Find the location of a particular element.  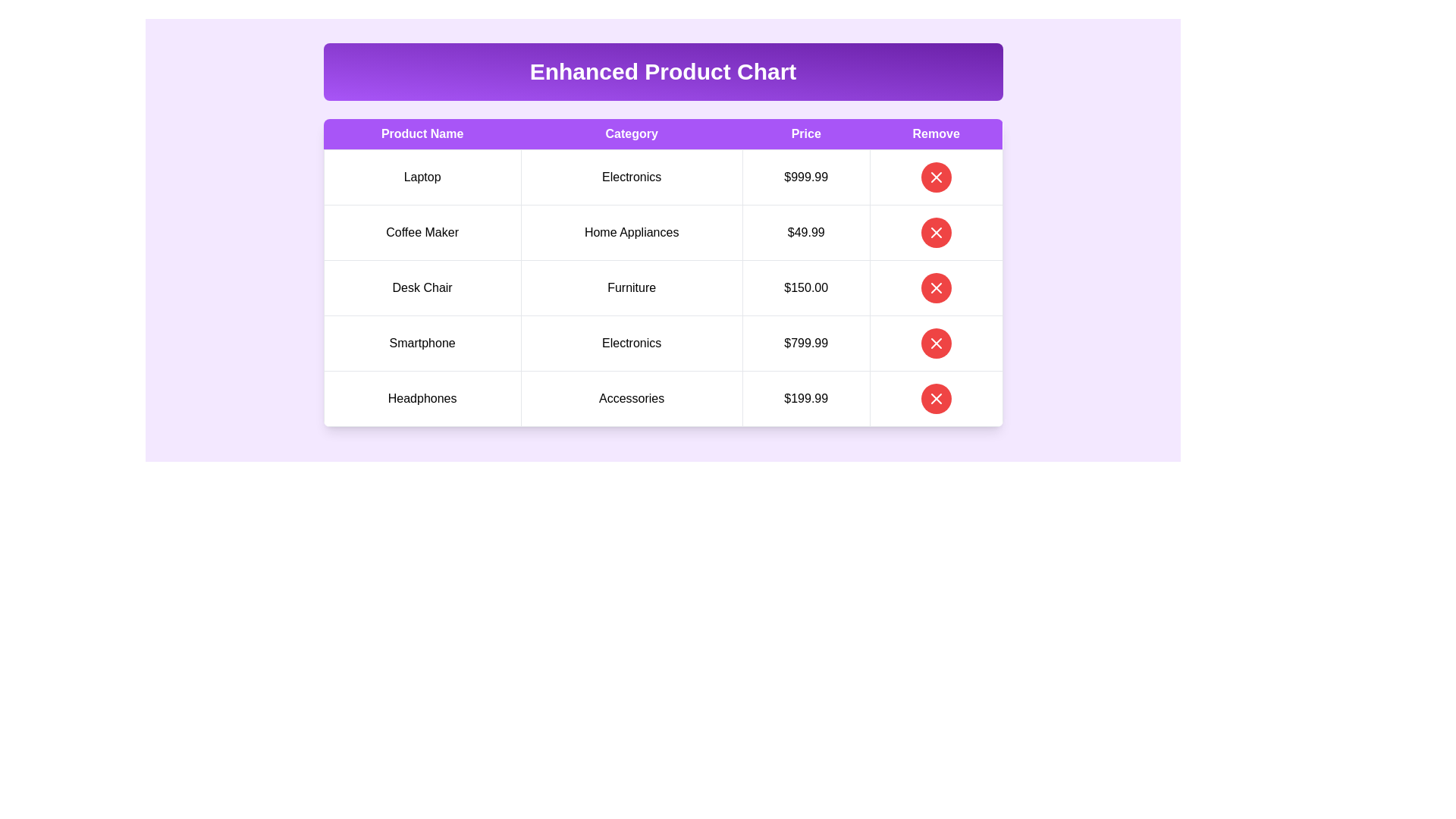

the text label displaying the price '$999.99' located in the third column of the first row under the 'Price' header, to the right of 'Electronics' is located at coordinates (805, 177).